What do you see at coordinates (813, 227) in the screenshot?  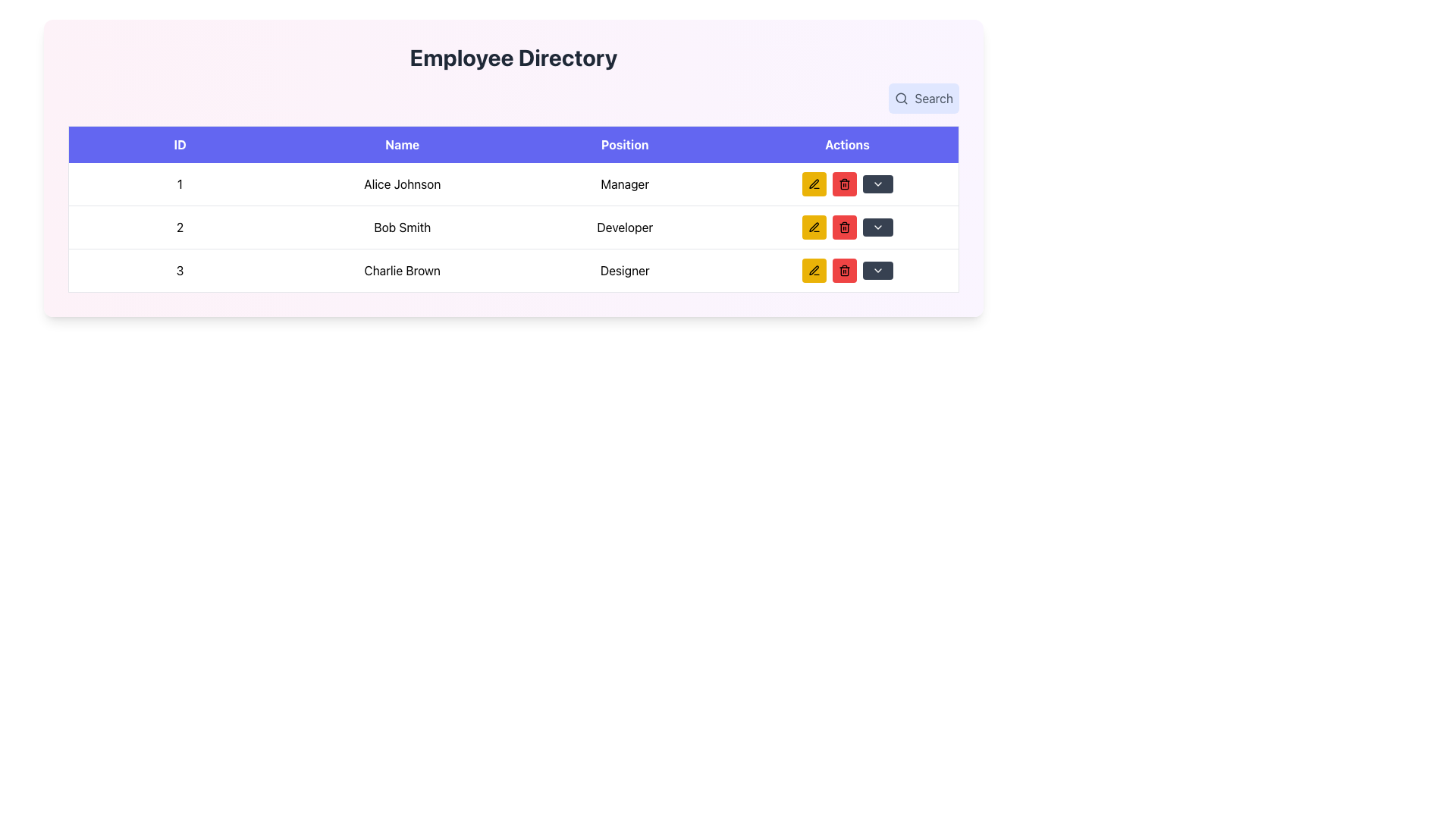 I see `the pen icon button with a yellow background located` at bounding box center [813, 227].